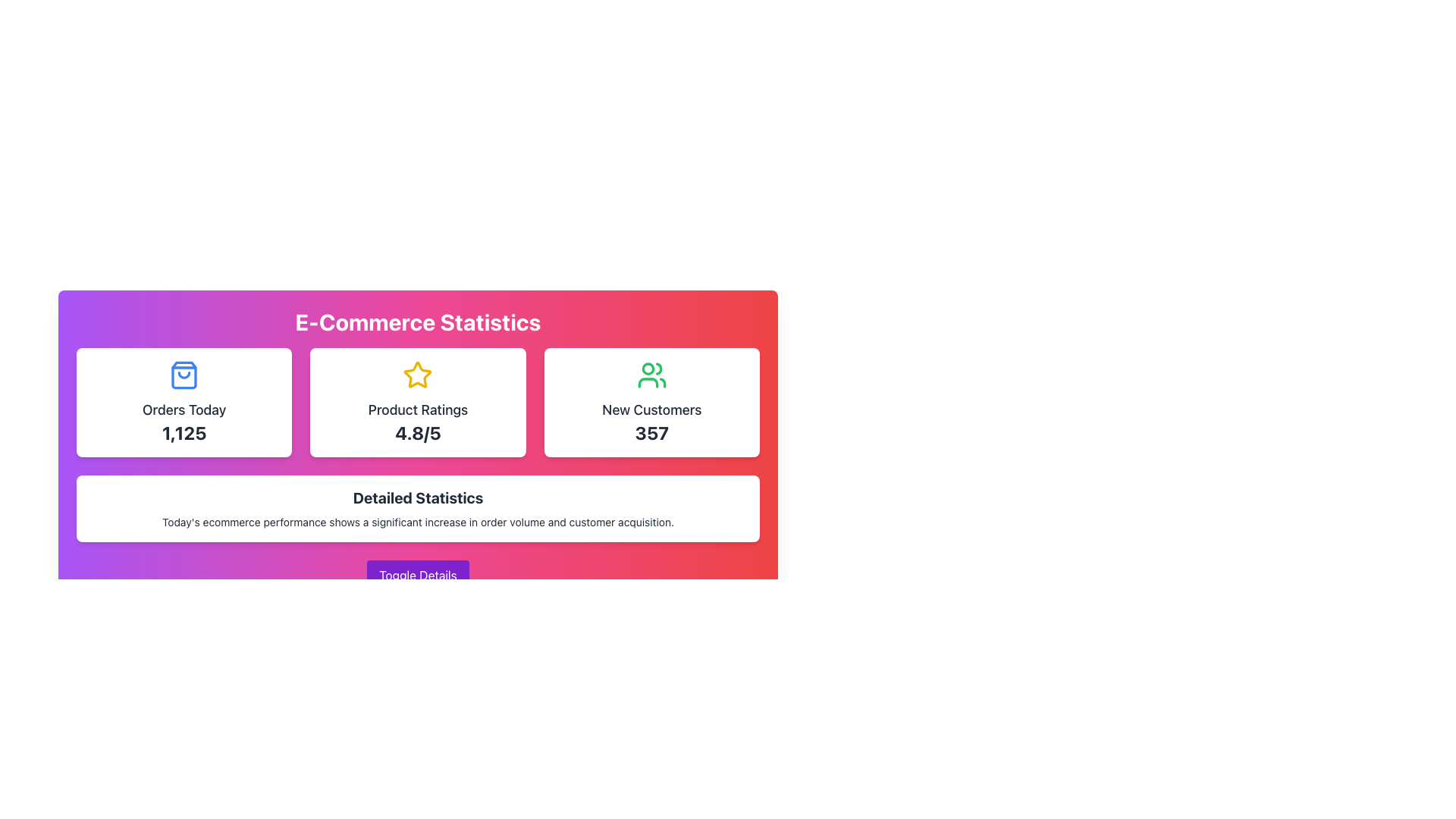 The height and width of the screenshot is (819, 1456). I want to click on the text label displaying 'Detailed Statistics' for accessibility tools, so click(418, 497).